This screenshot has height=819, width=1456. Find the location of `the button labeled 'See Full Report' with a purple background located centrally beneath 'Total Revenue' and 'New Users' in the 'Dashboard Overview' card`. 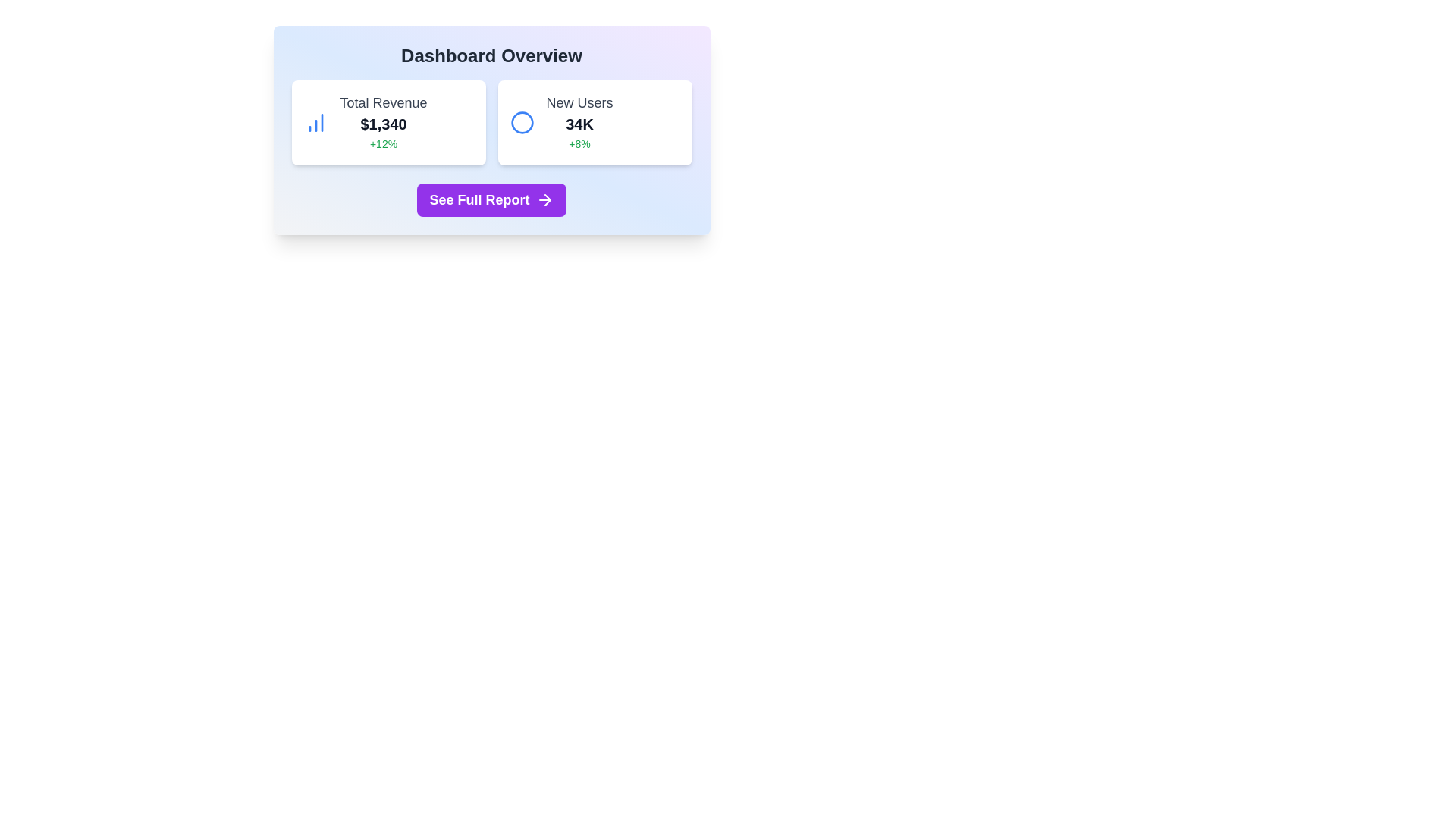

the button labeled 'See Full Report' with a purple background located centrally beneath 'Total Revenue' and 'New Users' in the 'Dashboard Overview' card is located at coordinates (491, 199).